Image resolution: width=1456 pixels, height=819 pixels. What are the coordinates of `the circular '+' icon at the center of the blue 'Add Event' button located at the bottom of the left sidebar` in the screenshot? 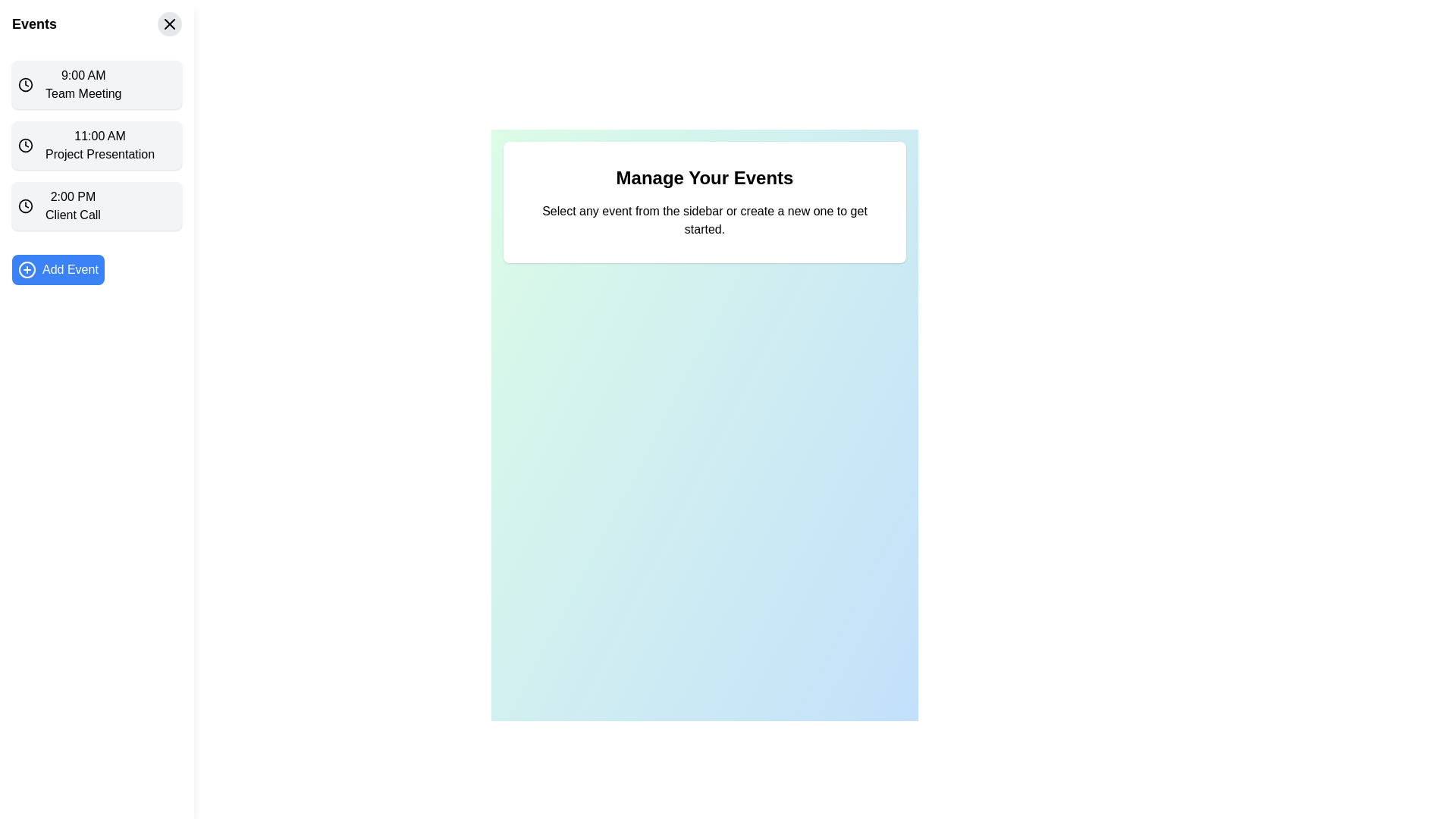 It's located at (27, 268).